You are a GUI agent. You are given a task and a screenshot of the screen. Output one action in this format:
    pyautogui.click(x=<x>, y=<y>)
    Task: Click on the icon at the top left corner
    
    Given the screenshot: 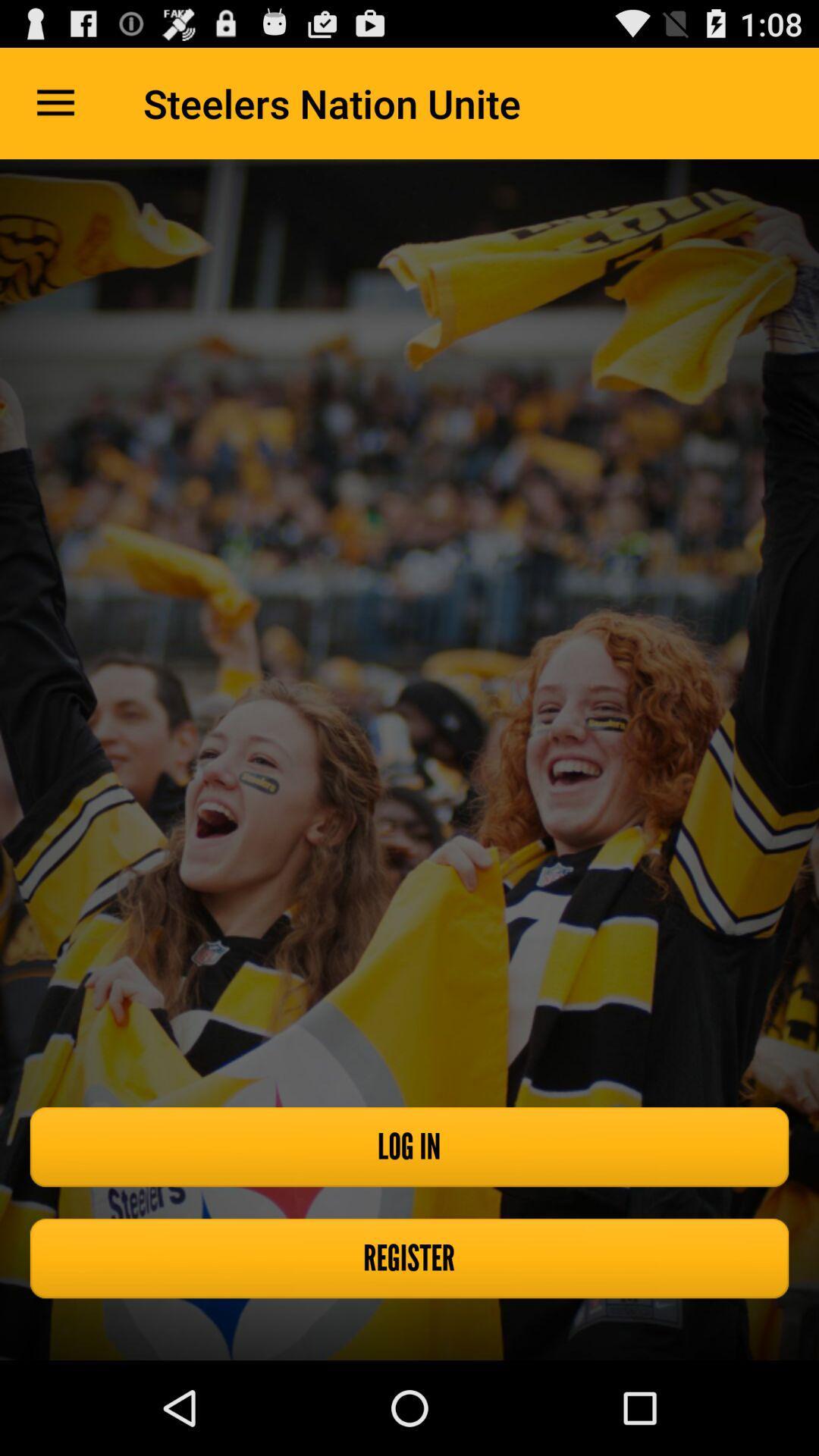 What is the action you would take?
    pyautogui.click(x=55, y=102)
    